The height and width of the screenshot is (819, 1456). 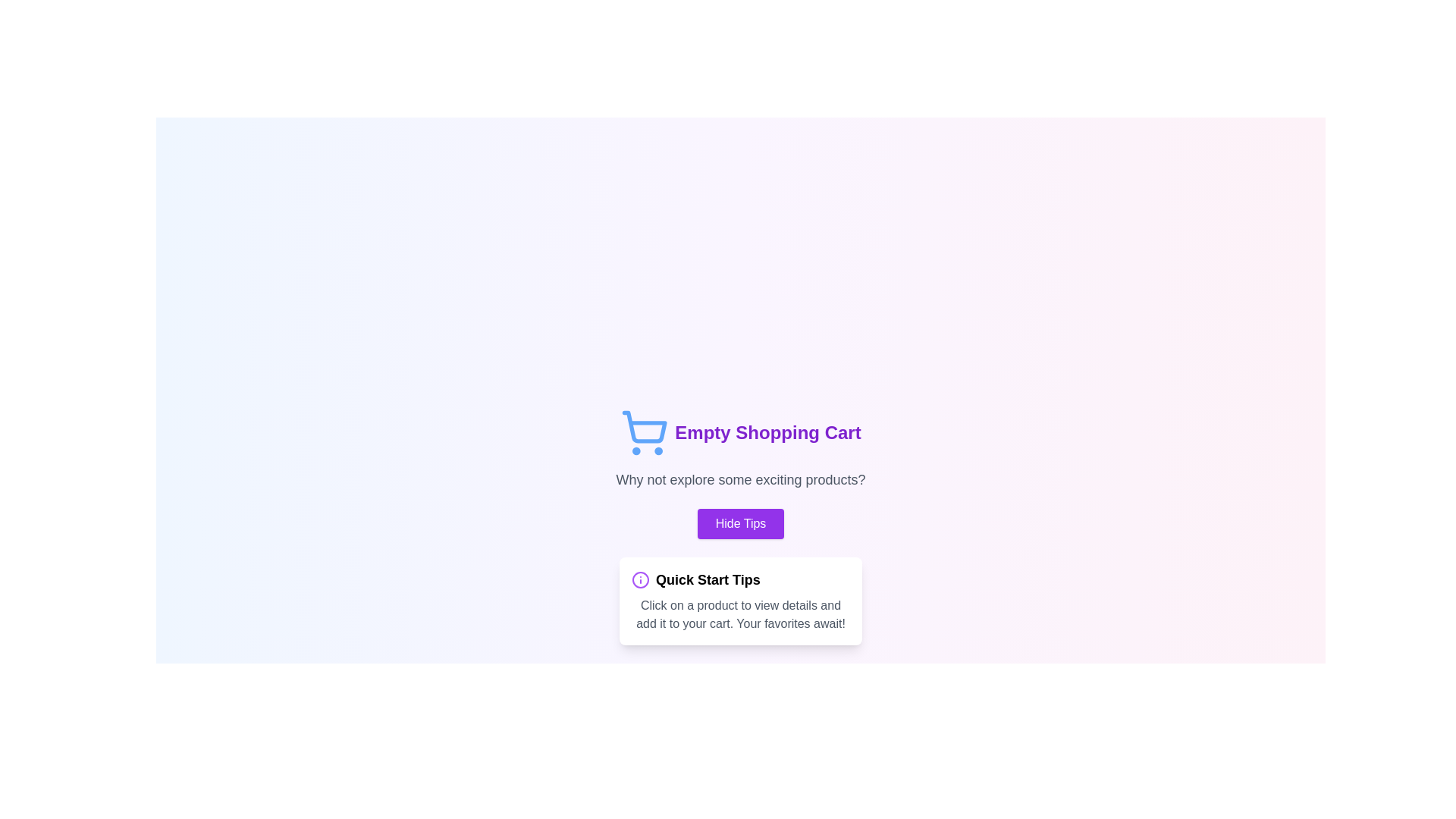 I want to click on the informational indicator icon located on the far left of the 'Quick Start Tips' header, so click(x=640, y=579).